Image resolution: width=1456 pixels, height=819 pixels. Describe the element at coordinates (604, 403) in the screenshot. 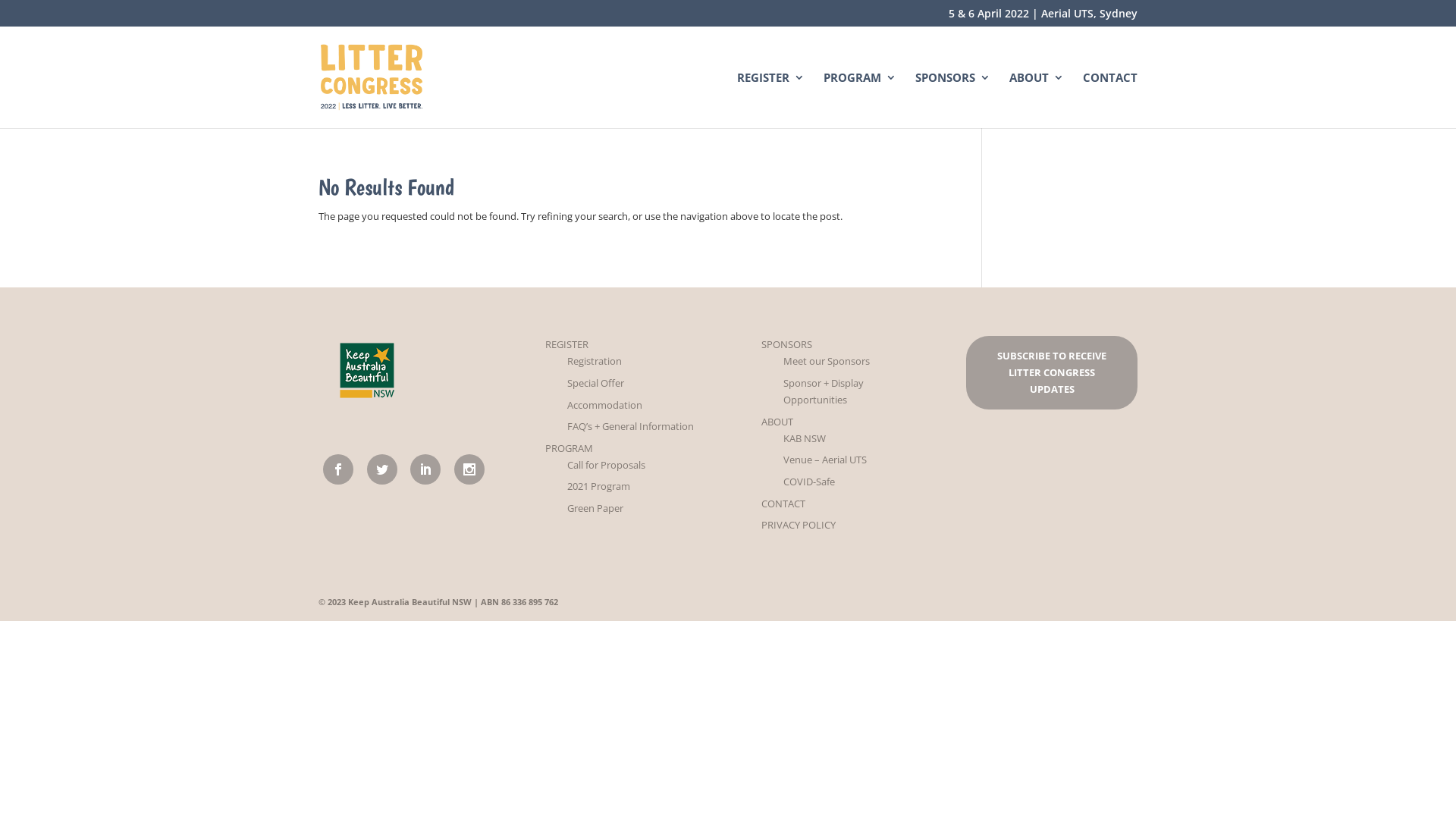

I see `'Accommodation'` at that location.